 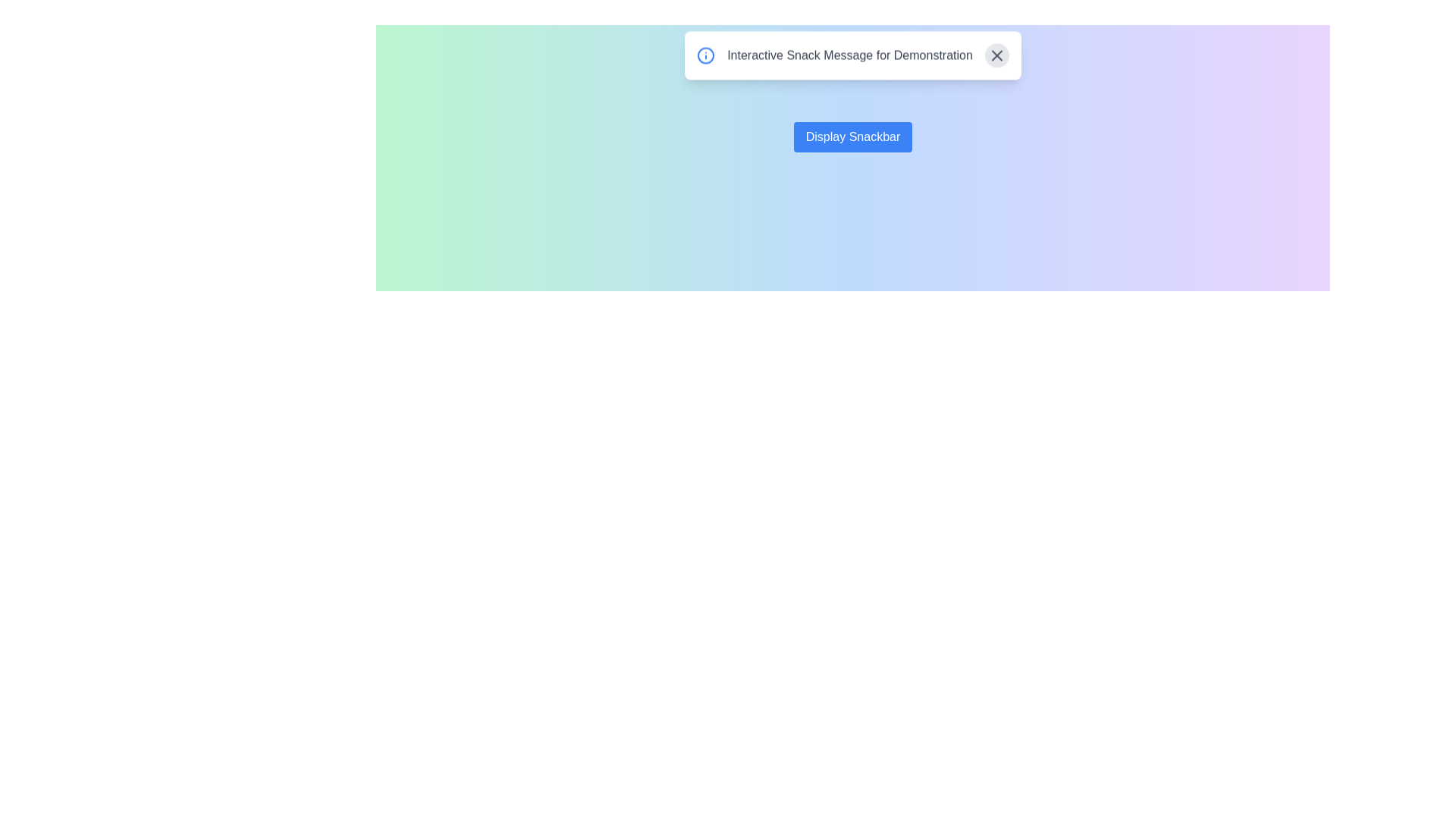 What do you see at coordinates (996, 61) in the screenshot?
I see `the Close button located in the top right corner of the snackbar notification` at bounding box center [996, 61].